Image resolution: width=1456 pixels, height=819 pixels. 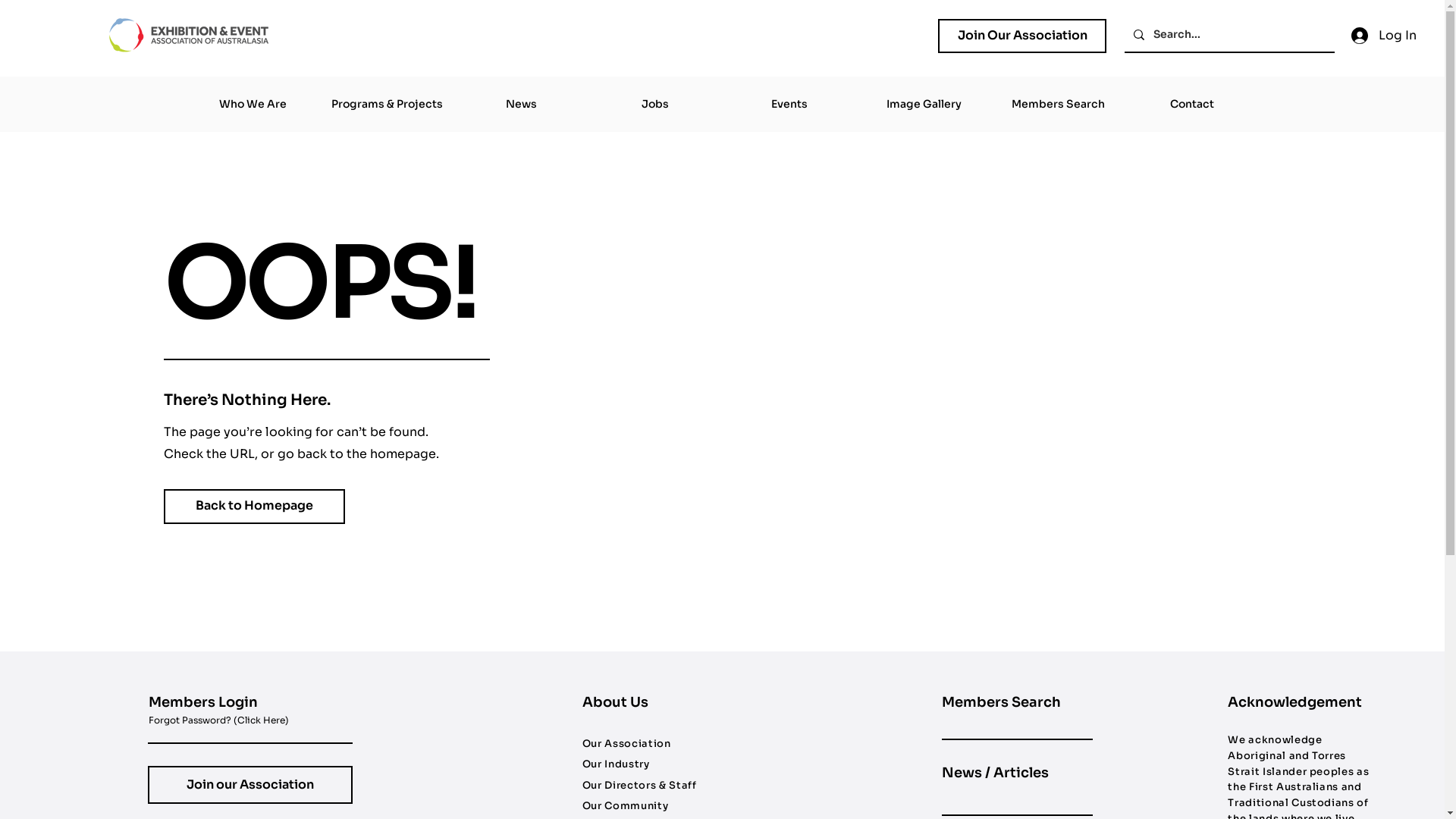 What do you see at coordinates (582, 785) in the screenshot?
I see `'Our Directors & Staff'` at bounding box center [582, 785].